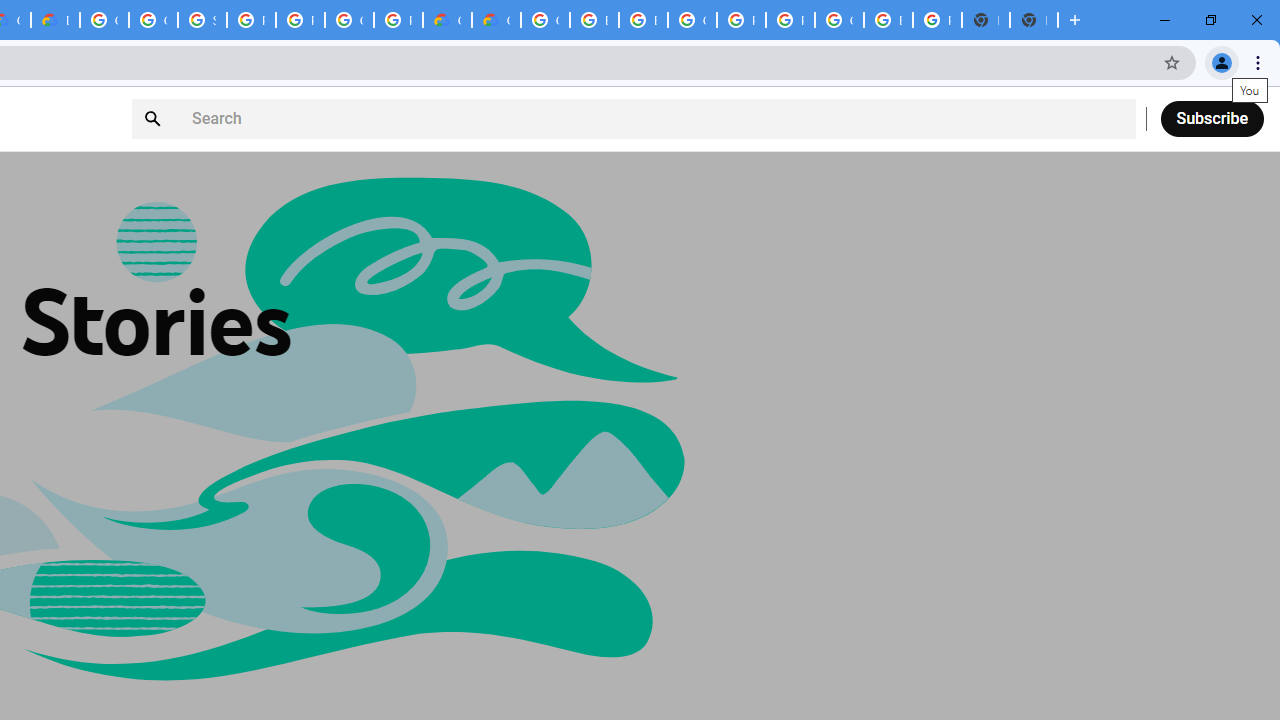 The width and height of the screenshot is (1280, 720). I want to click on 'Browse Chrome as a guest - Computer - Google Chrome Help', so click(593, 20).